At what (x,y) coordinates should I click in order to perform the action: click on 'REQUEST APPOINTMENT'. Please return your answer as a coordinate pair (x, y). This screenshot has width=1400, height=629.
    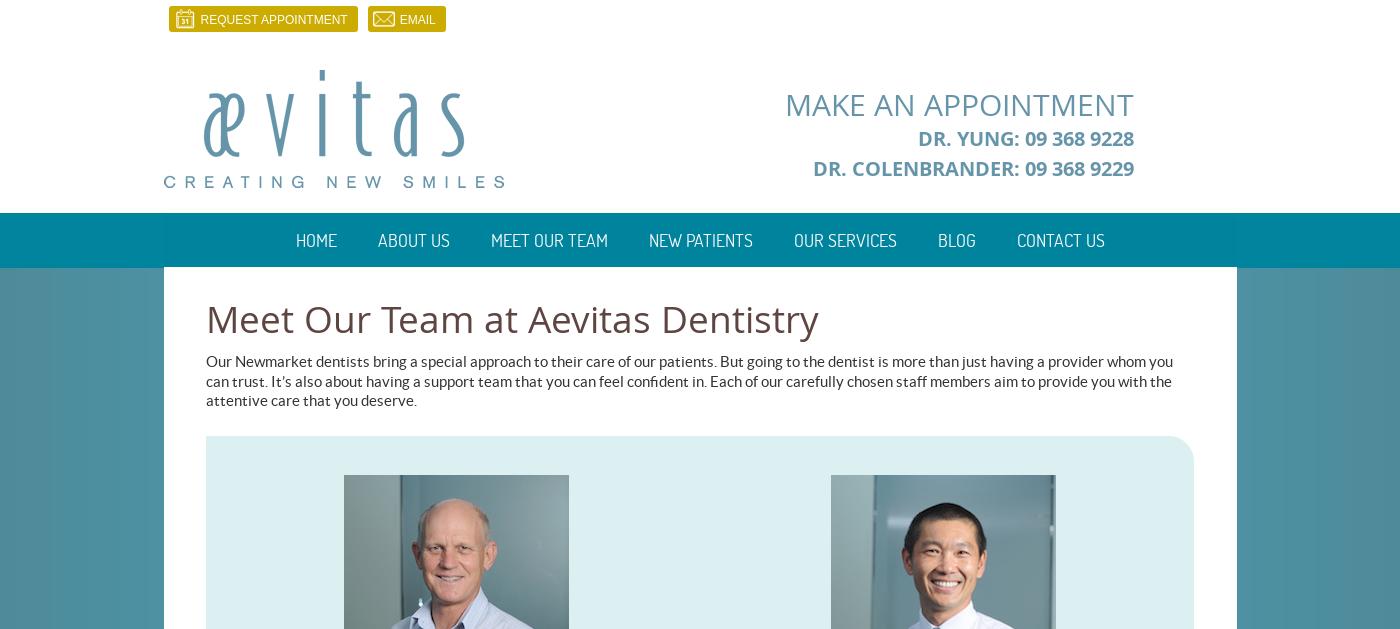
    Looking at the image, I should click on (273, 19).